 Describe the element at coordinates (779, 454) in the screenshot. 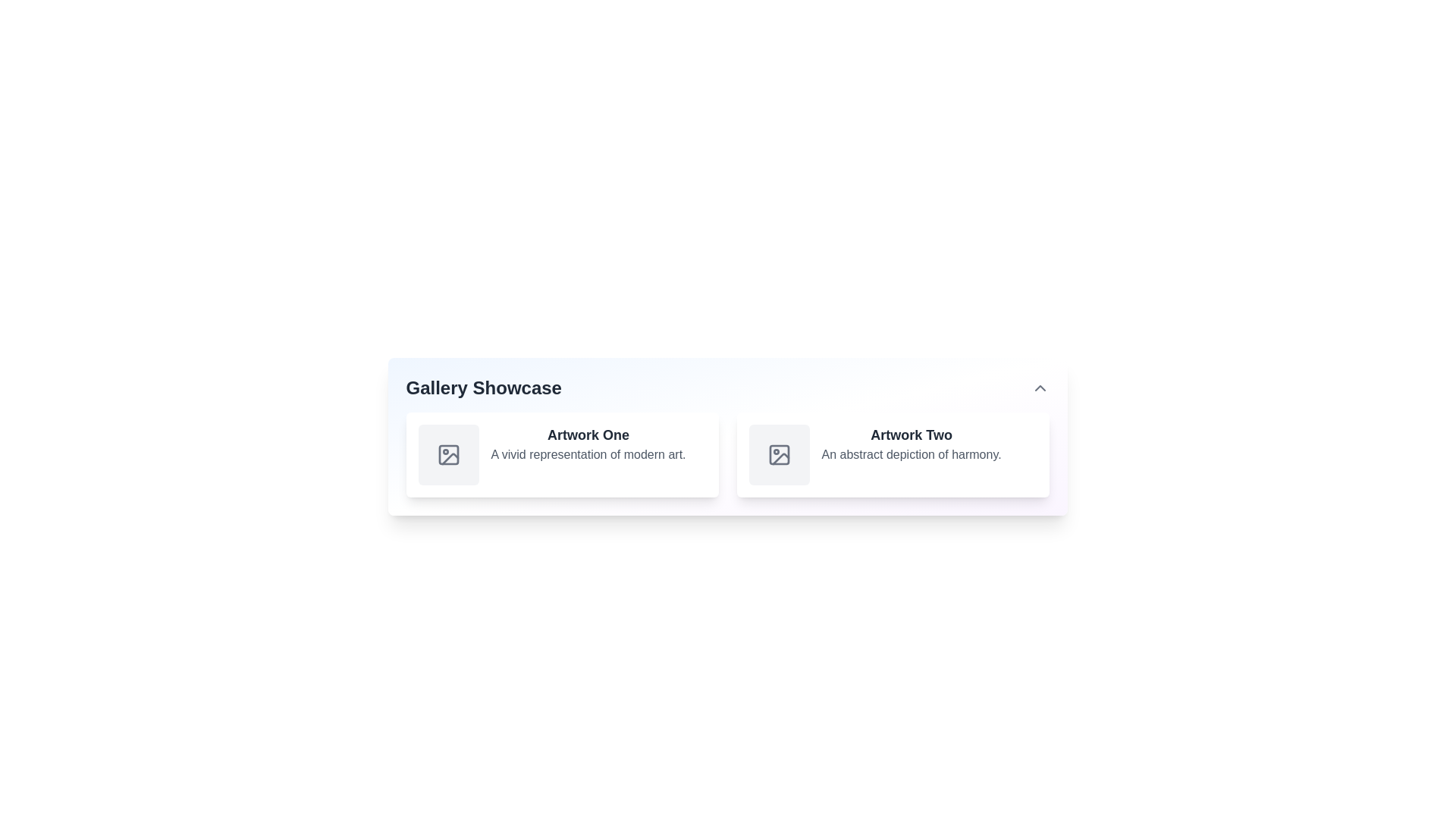

I see `the Decorative graphical component styled with a light gray fill, located in the icon representation of 'Artwork Two' in the 'Gallery Showcase' interface` at that location.